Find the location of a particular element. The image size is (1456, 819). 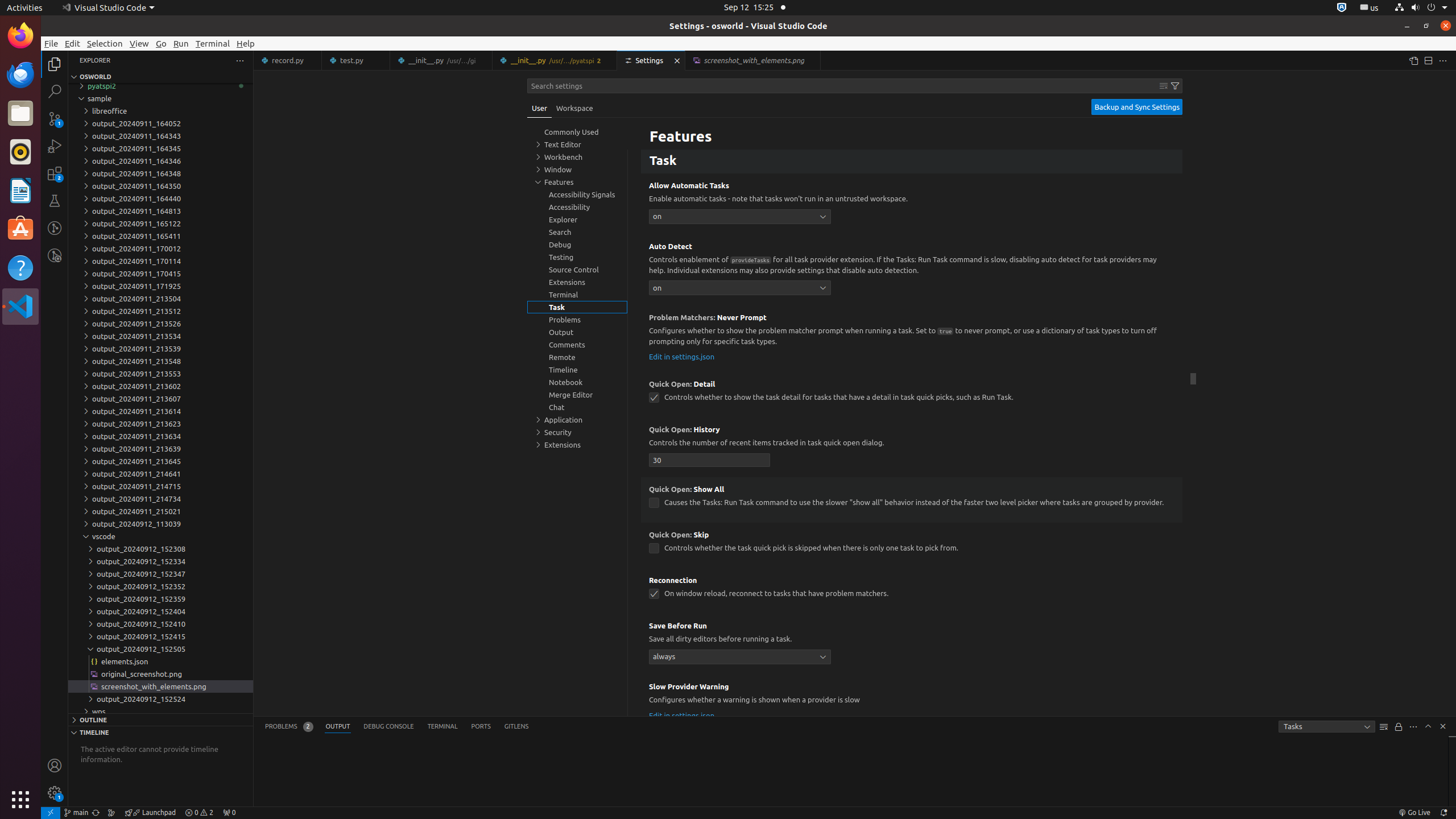

'output_20240911_213639' is located at coordinates (160, 448).